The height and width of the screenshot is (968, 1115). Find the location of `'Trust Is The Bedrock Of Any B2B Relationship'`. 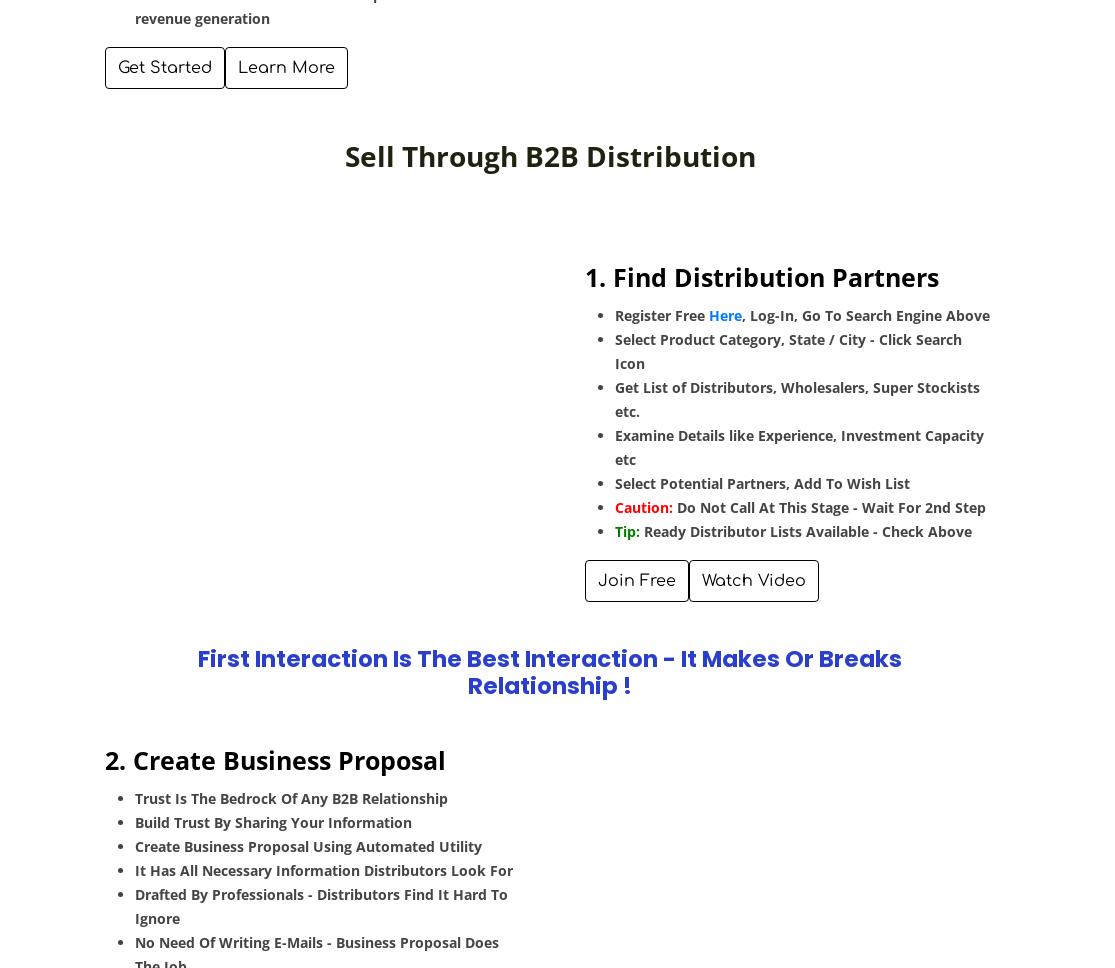

'Trust Is The Bedrock Of Any B2B Relationship' is located at coordinates (291, 796).